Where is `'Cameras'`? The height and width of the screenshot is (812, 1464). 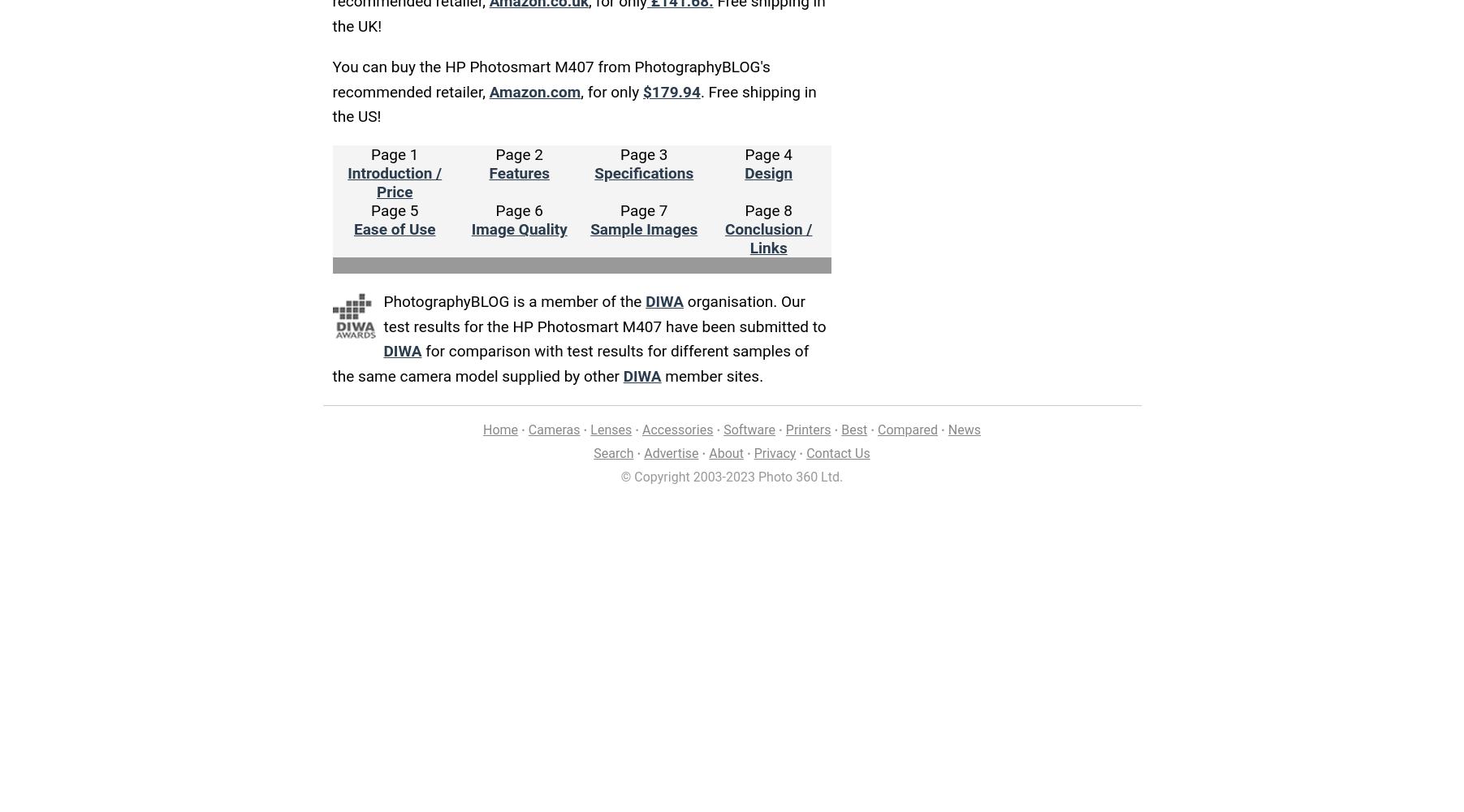 'Cameras' is located at coordinates (527, 429).